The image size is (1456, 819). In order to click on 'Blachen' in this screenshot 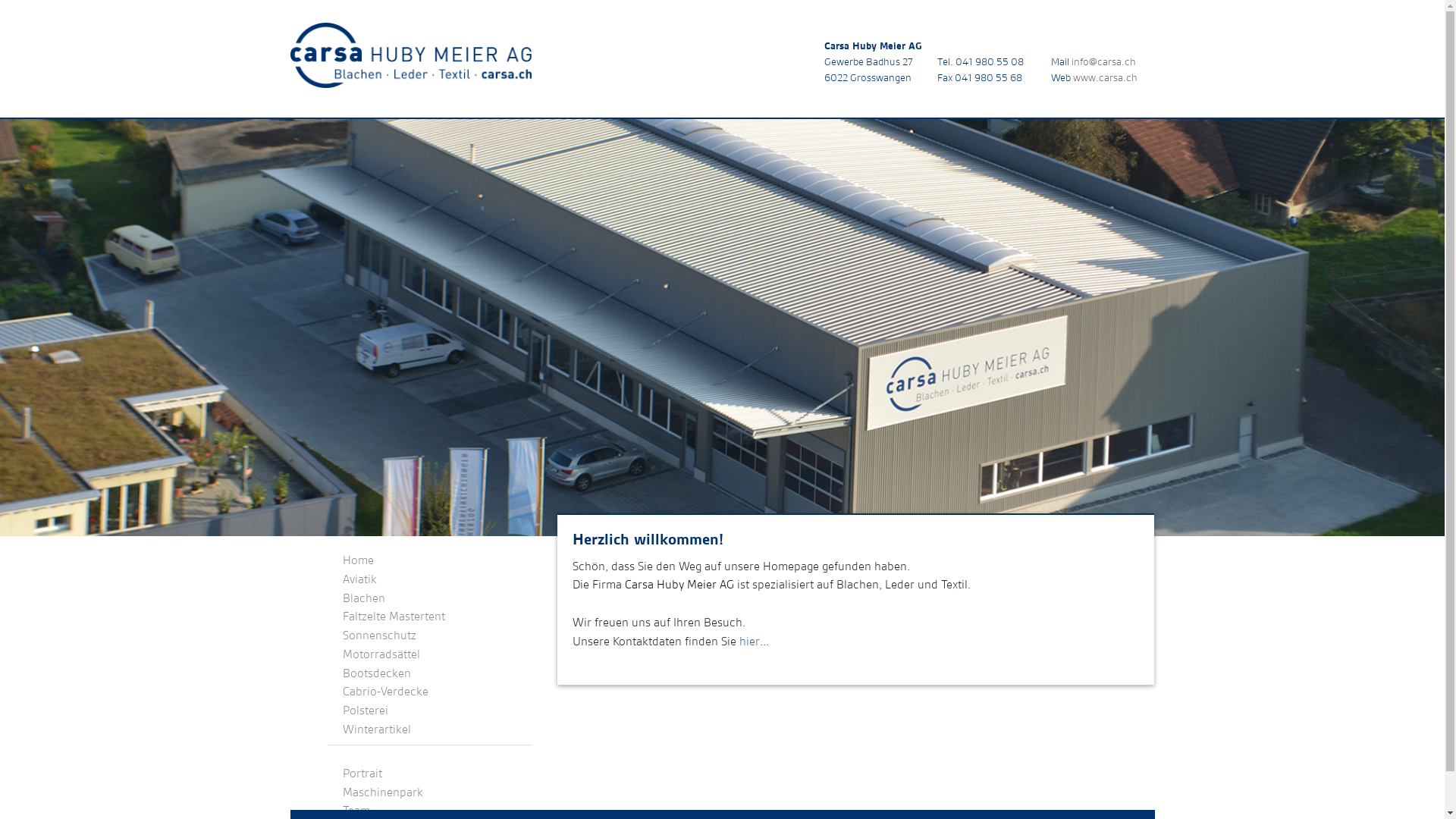, I will do `click(364, 597)`.